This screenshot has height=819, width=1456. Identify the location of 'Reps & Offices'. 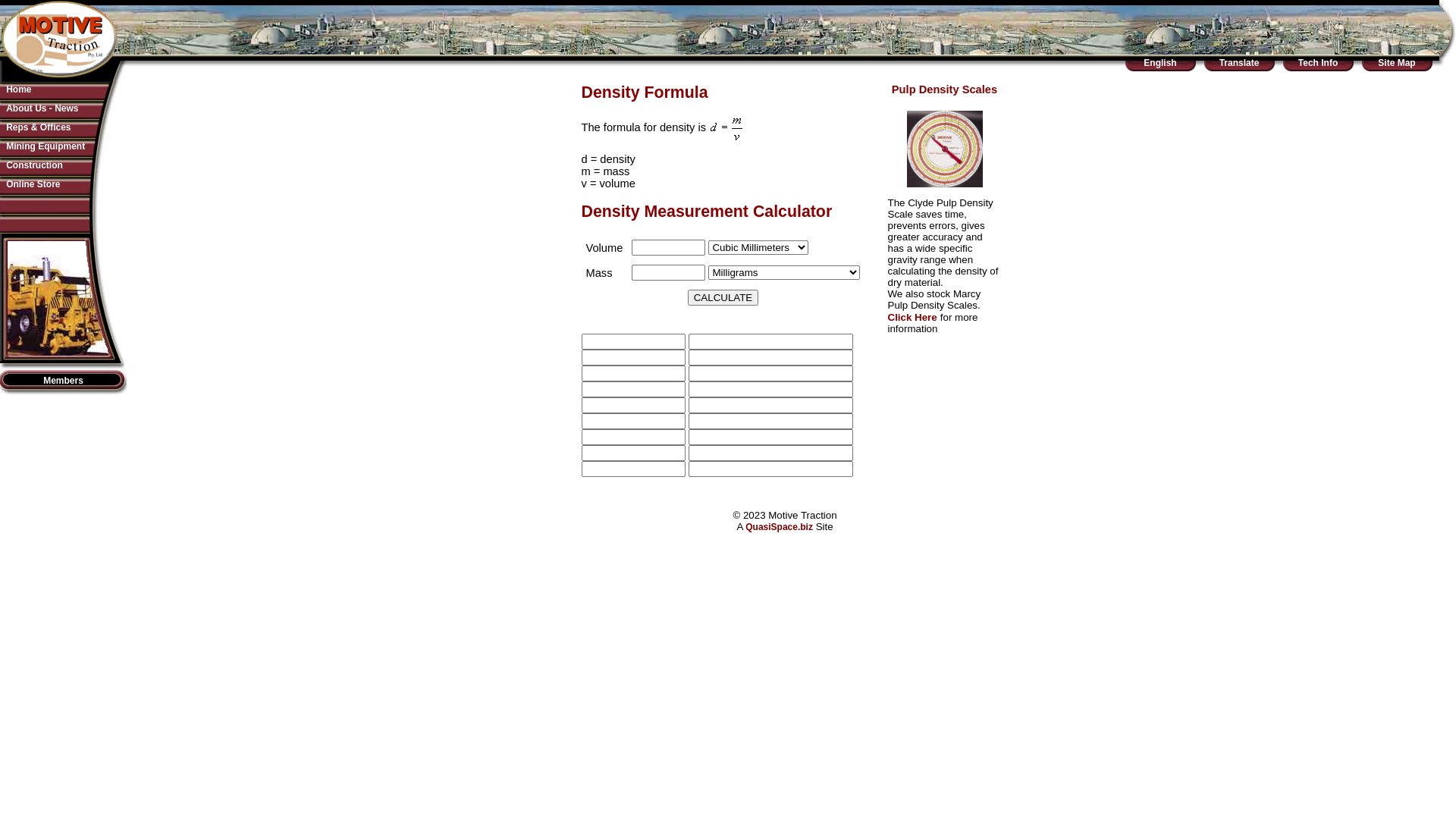
(38, 127).